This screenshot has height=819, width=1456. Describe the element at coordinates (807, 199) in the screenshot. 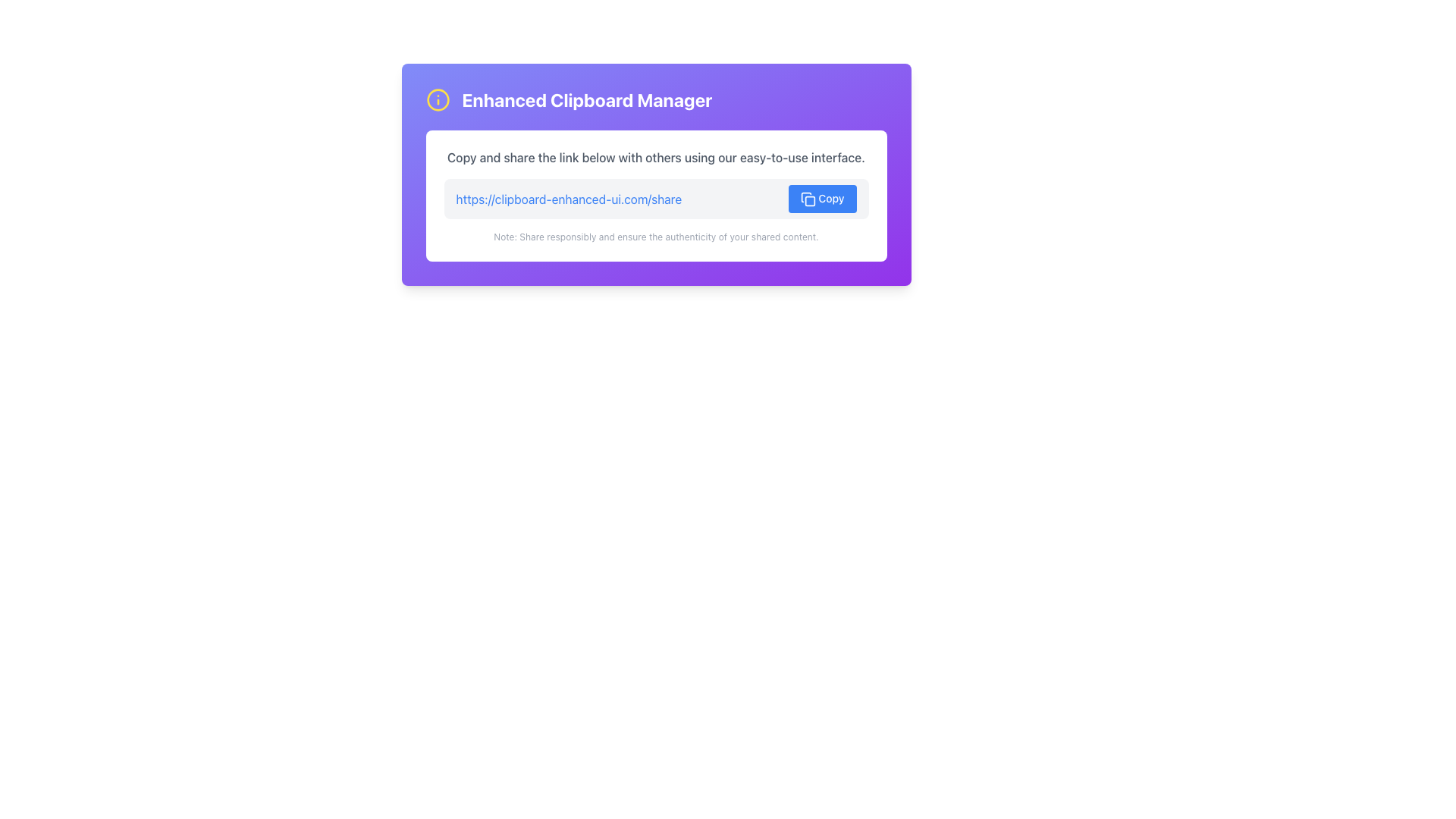

I see `the copy icon located within the blue button labeled 'Copy', which is positioned towards the right side of the button content and centered vertically` at that location.